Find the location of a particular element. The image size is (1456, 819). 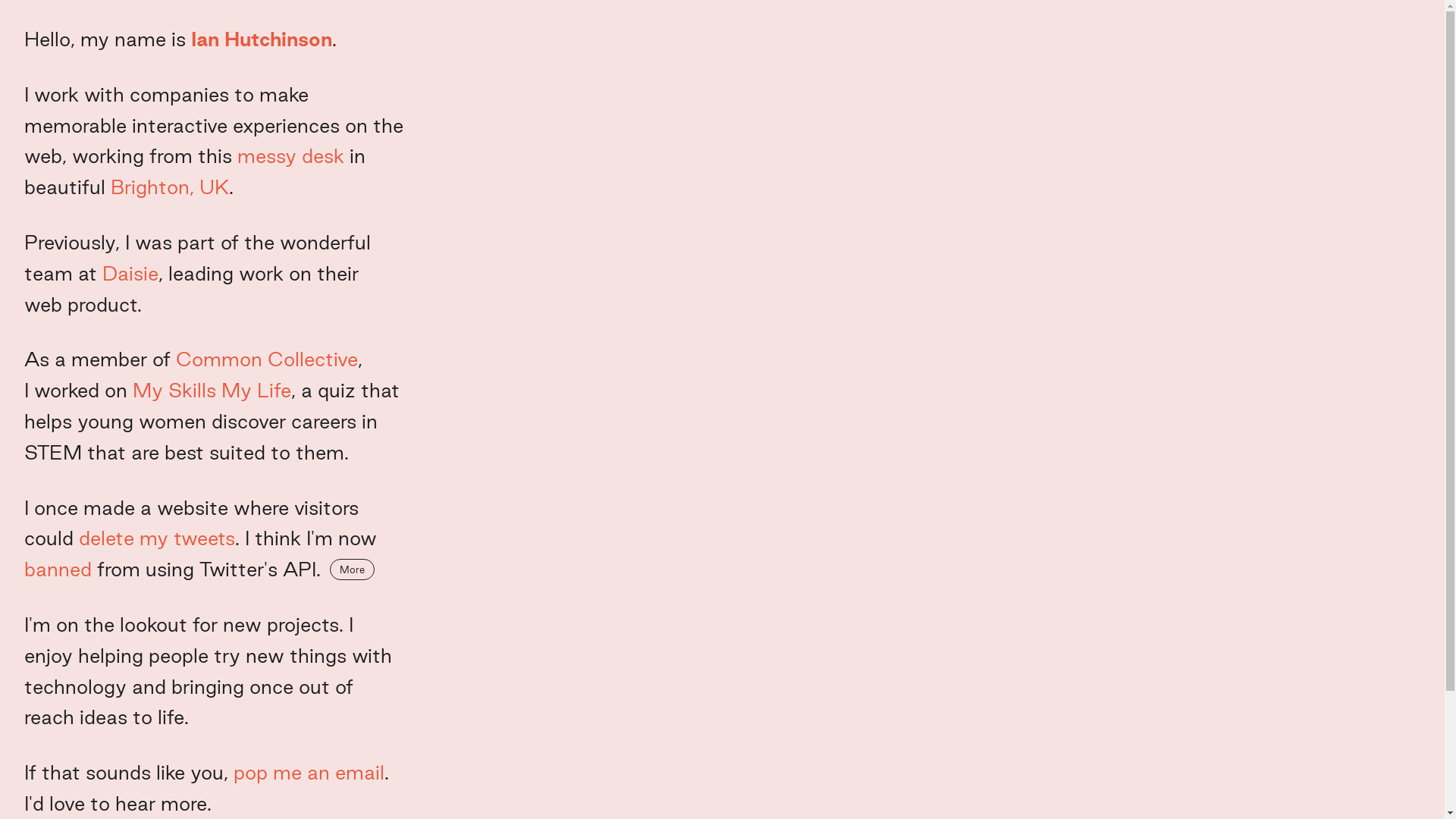

'pop me an email' is located at coordinates (308, 773).